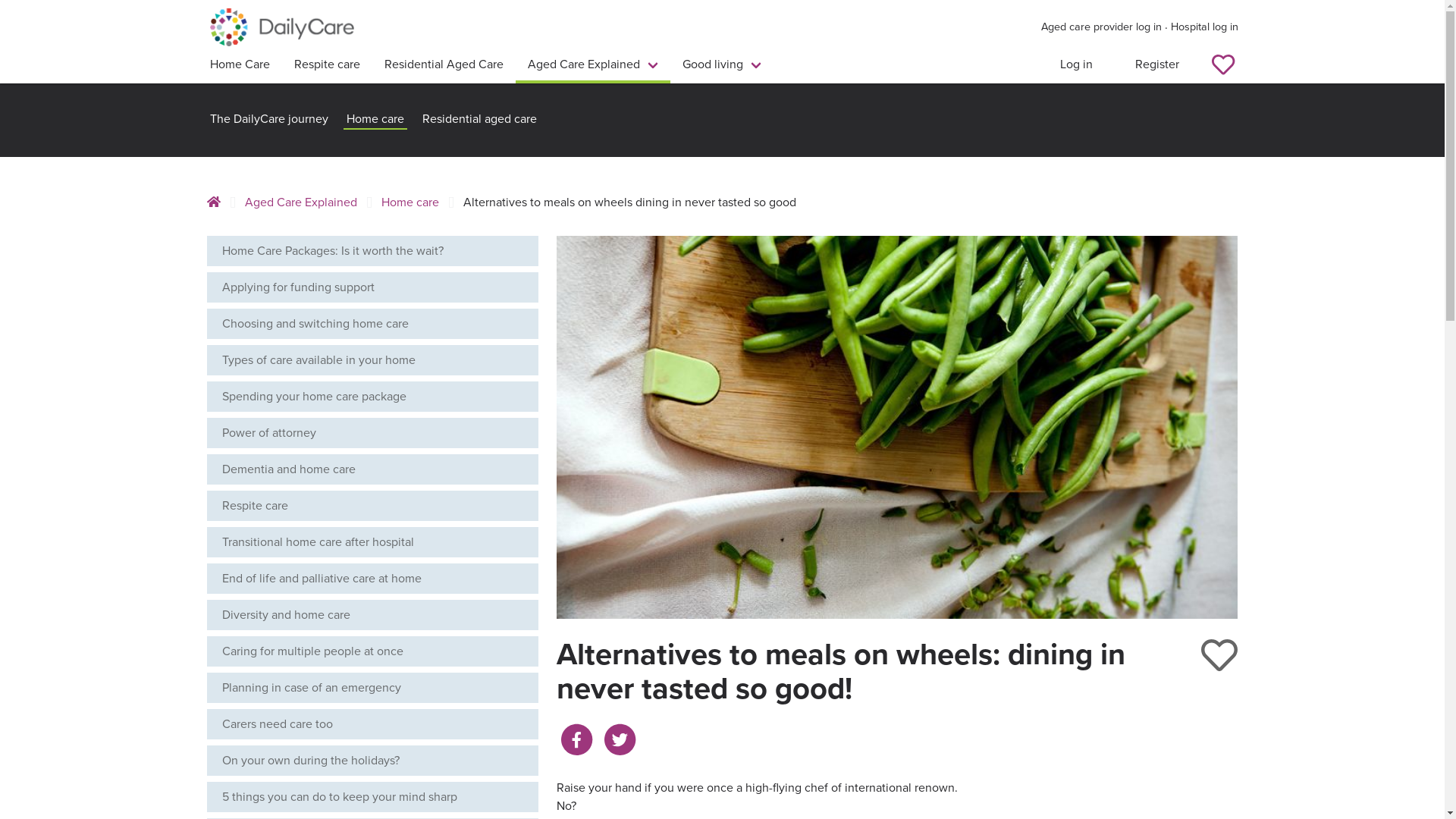 The image size is (1456, 819). I want to click on 'Aged care provider log in', so click(1100, 27).